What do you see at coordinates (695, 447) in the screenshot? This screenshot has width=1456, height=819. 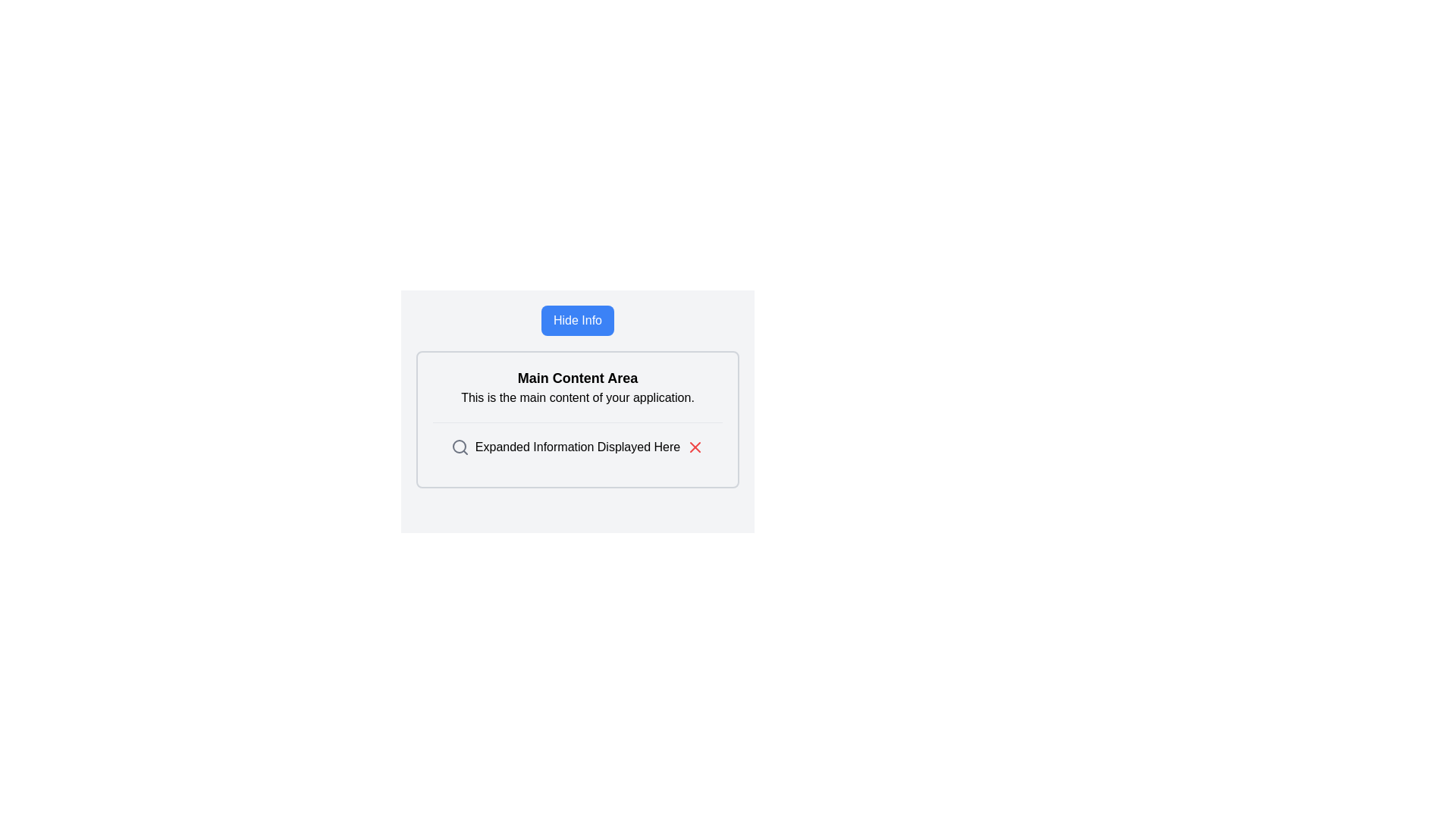 I see `the red 'X' icon located at the top right corner of the label 'Expanded Information Displayed Here'` at bounding box center [695, 447].